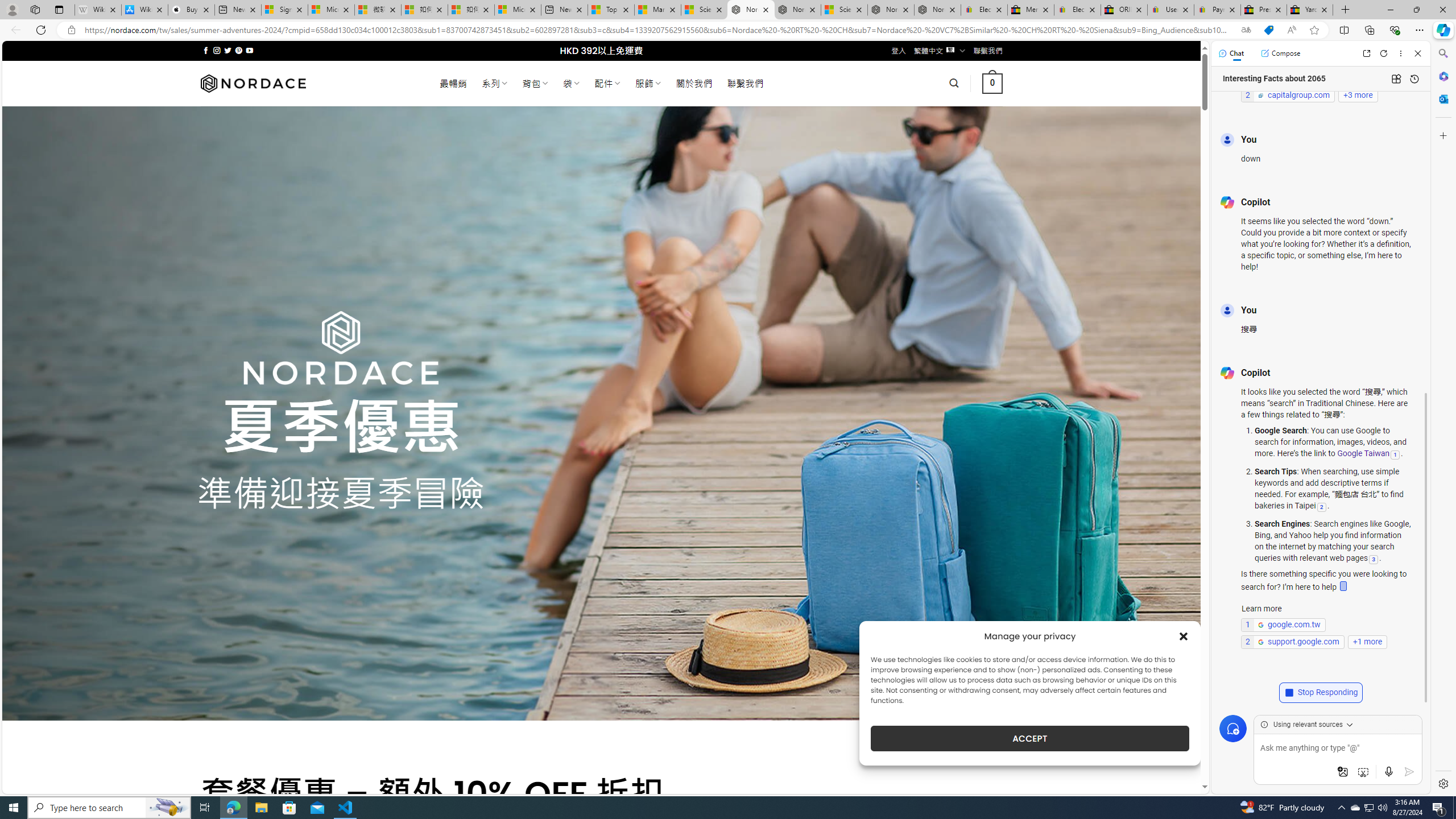  What do you see at coordinates (331, 9) in the screenshot?
I see `'Microsoft Services Agreement'` at bounding box center [331, 9].